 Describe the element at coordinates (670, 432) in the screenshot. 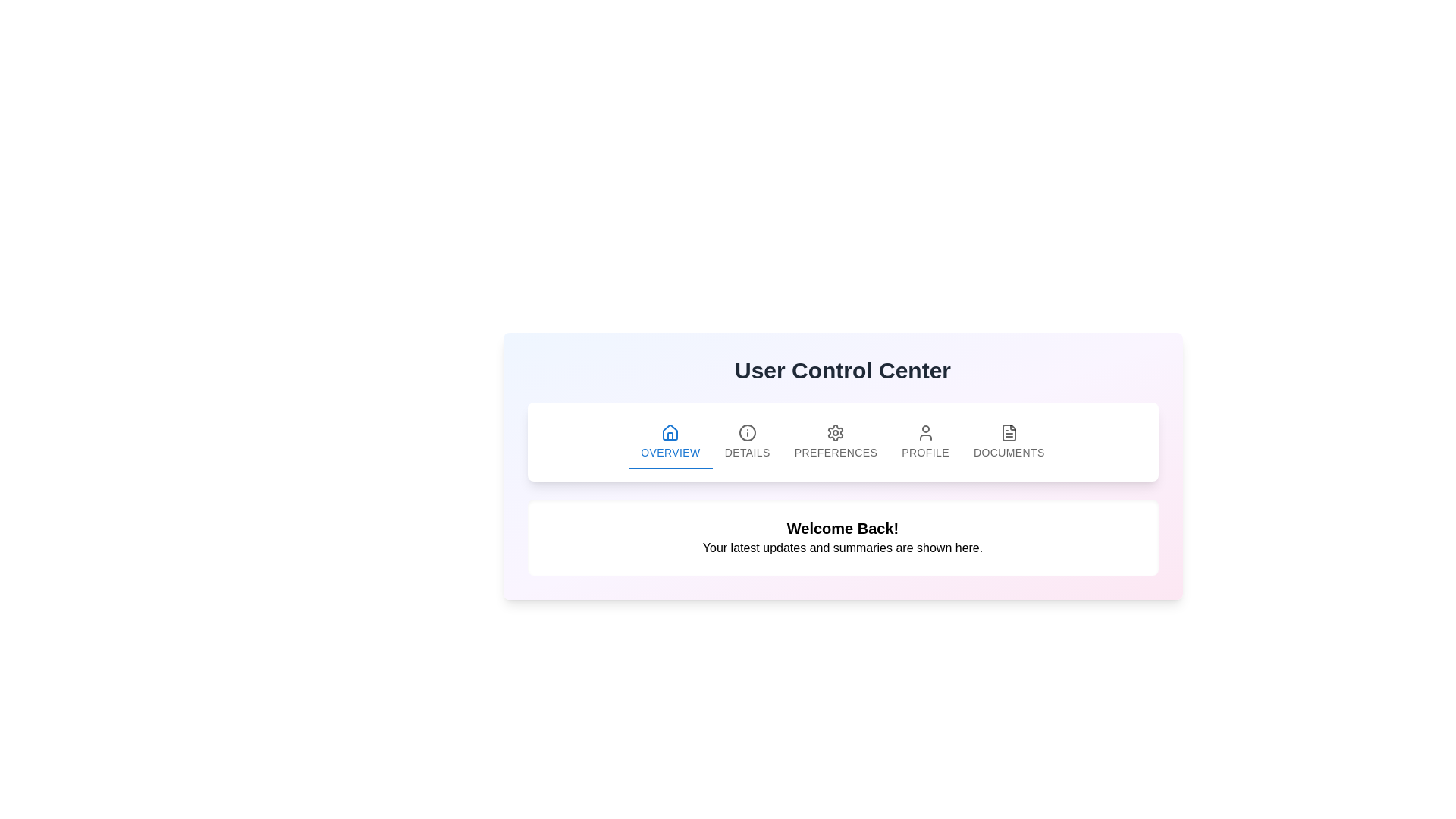

I see `the blue house icon located above the 'Overview' tab in the navigation menu` at that location.